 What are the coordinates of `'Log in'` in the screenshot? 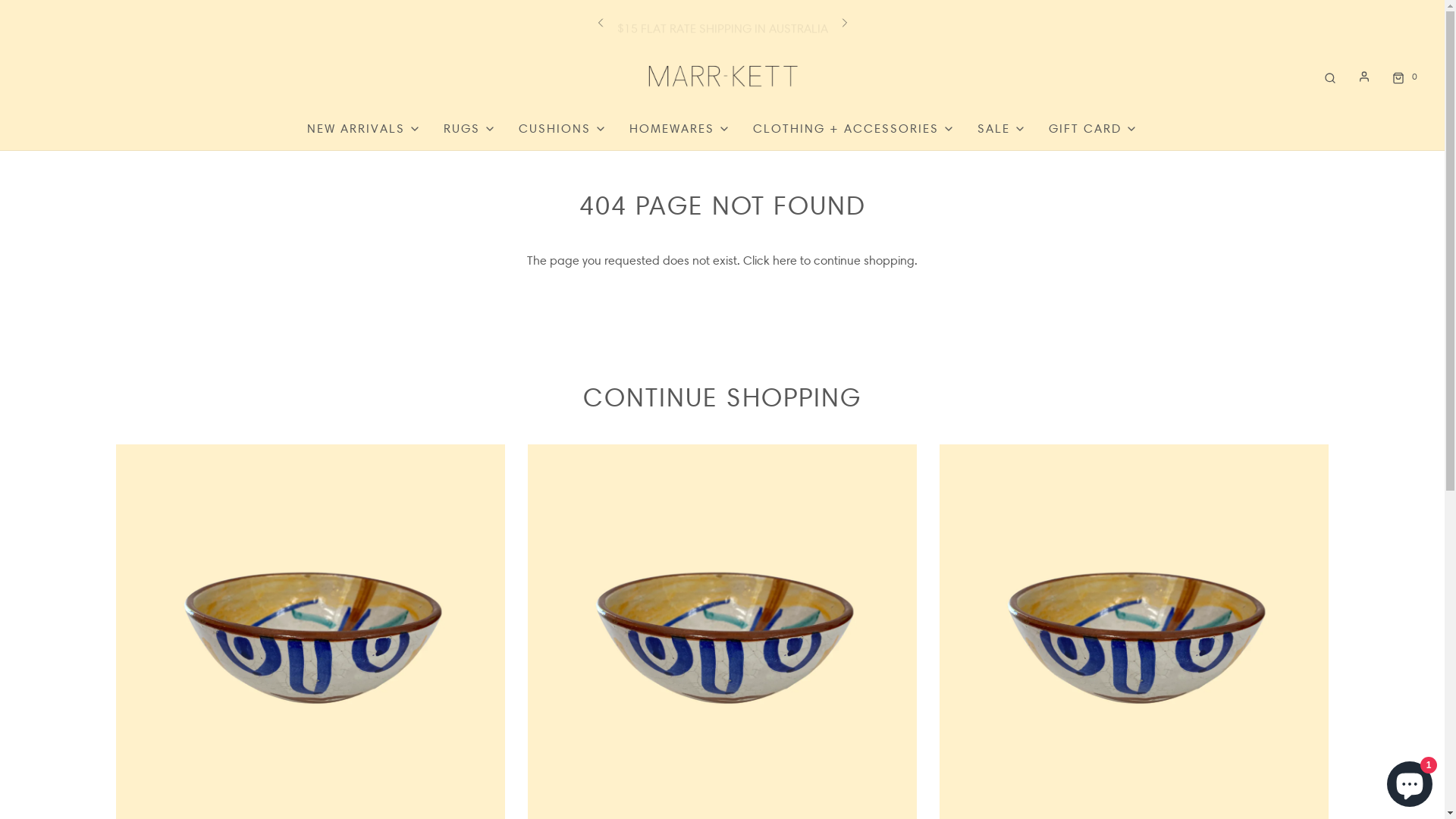 It's located at (1364, 76).